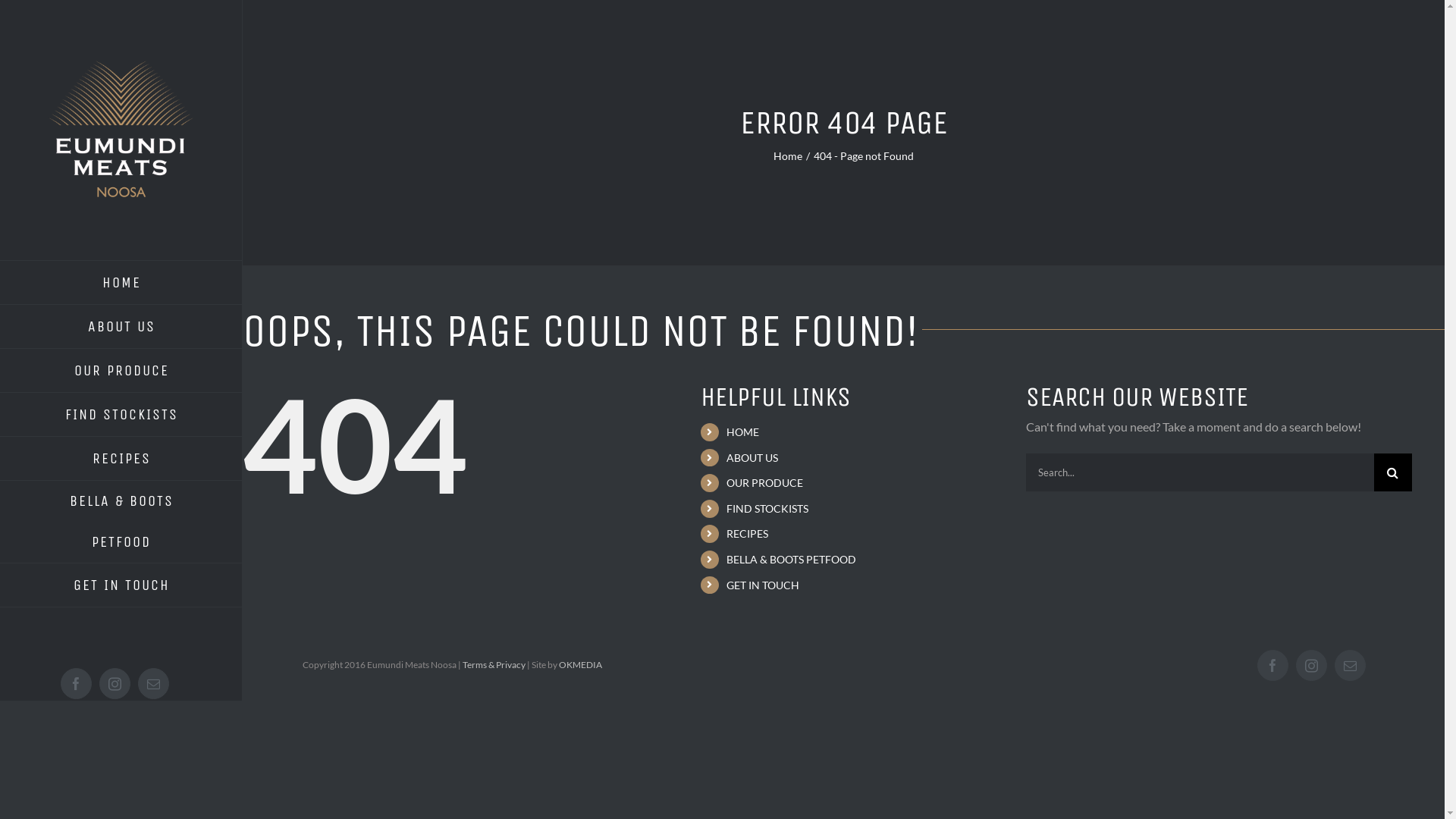  Describe the element at coordinates (98, 683) in the screenshot. I see `'Instagram'` at that location.